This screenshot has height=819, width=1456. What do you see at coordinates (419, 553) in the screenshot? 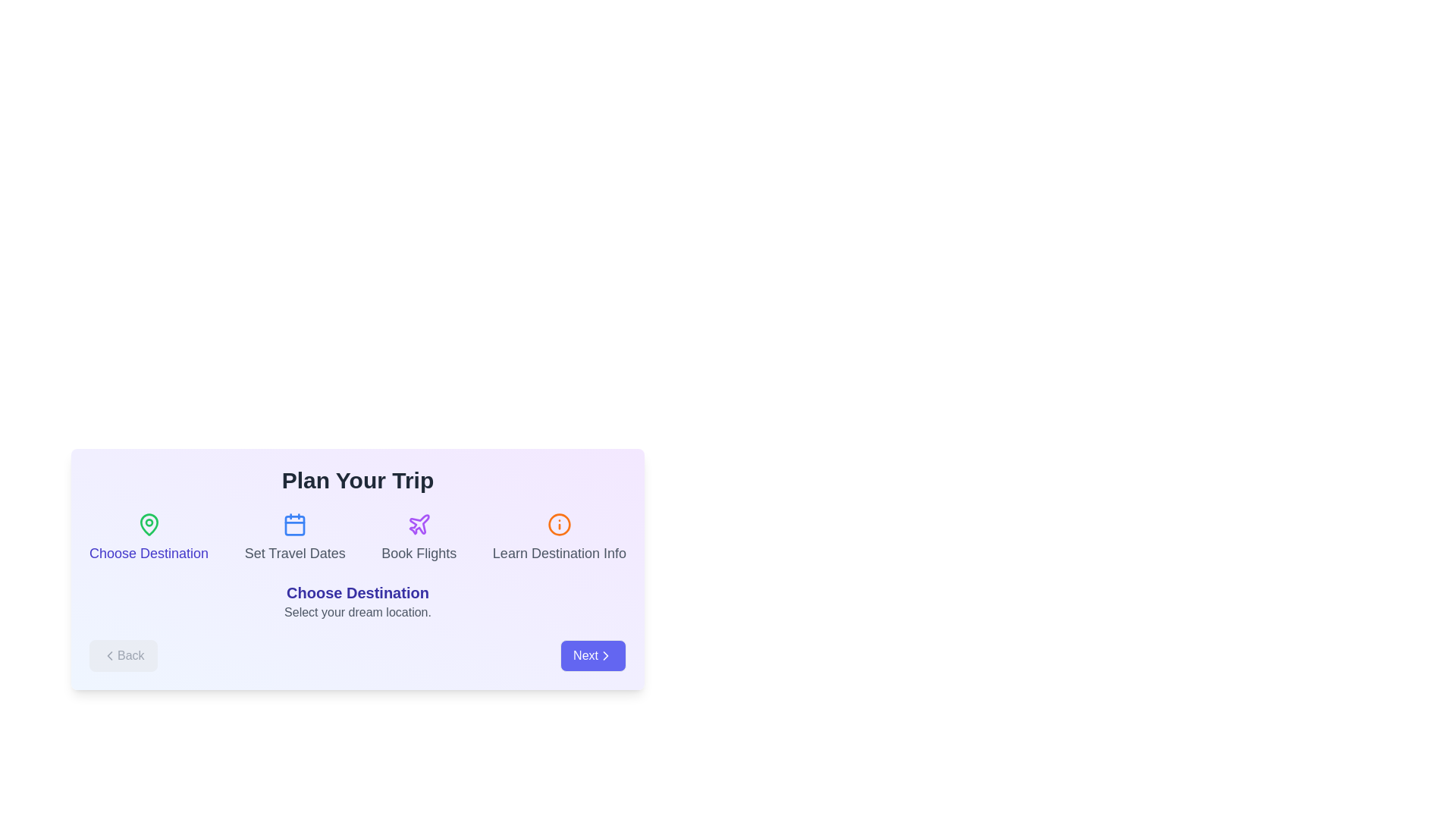
I see `the text label reading 'Book Flights' which is located beneath a purple airplane icon in the navigation bar under 'Plan Your Trip'` at bounding box center [419, 553].